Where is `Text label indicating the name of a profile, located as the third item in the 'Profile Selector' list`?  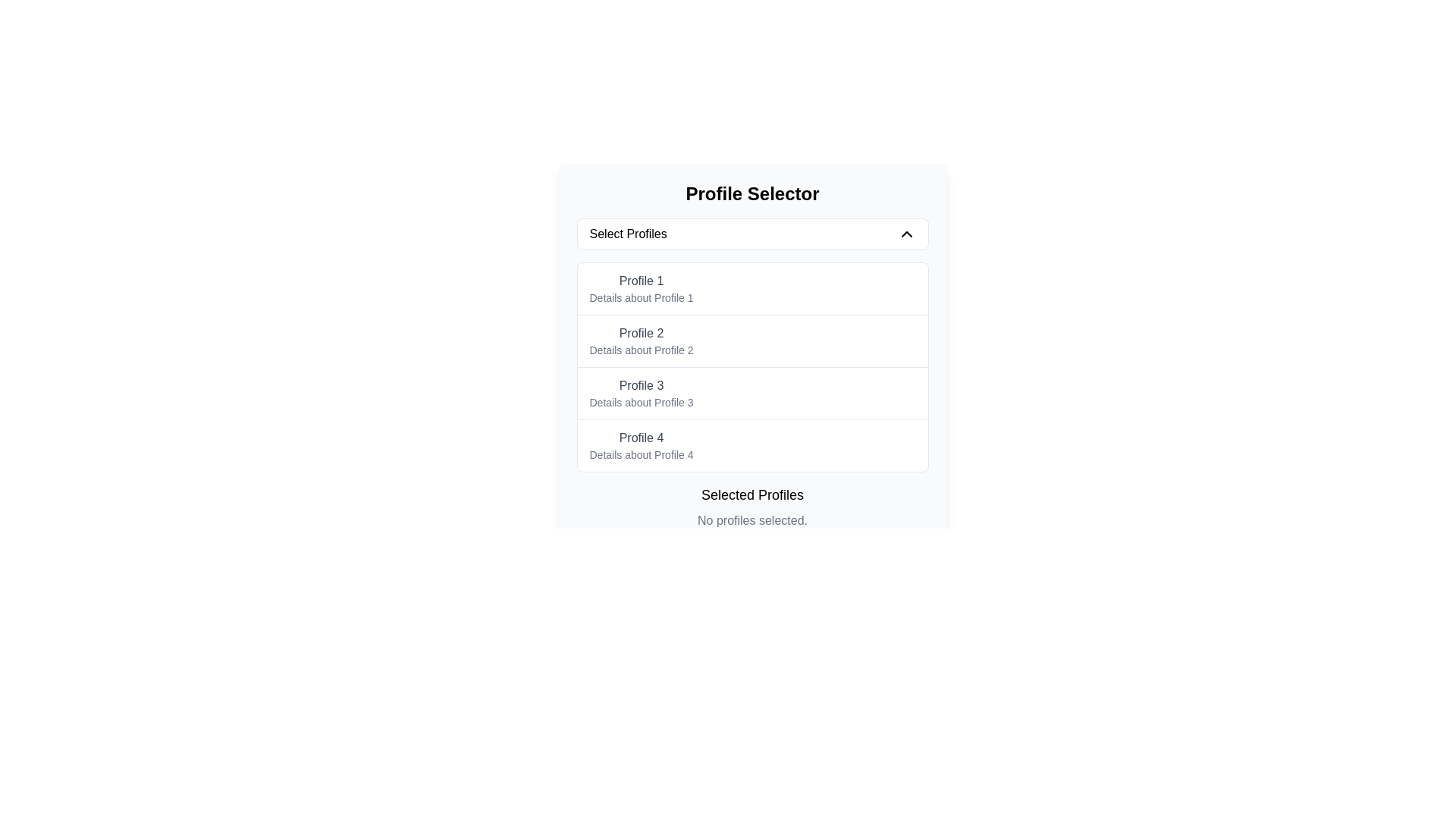 Text label indicating the name of a profile, located as the third item in the 'Profile Selector' list is located at coordinates (641, 385).